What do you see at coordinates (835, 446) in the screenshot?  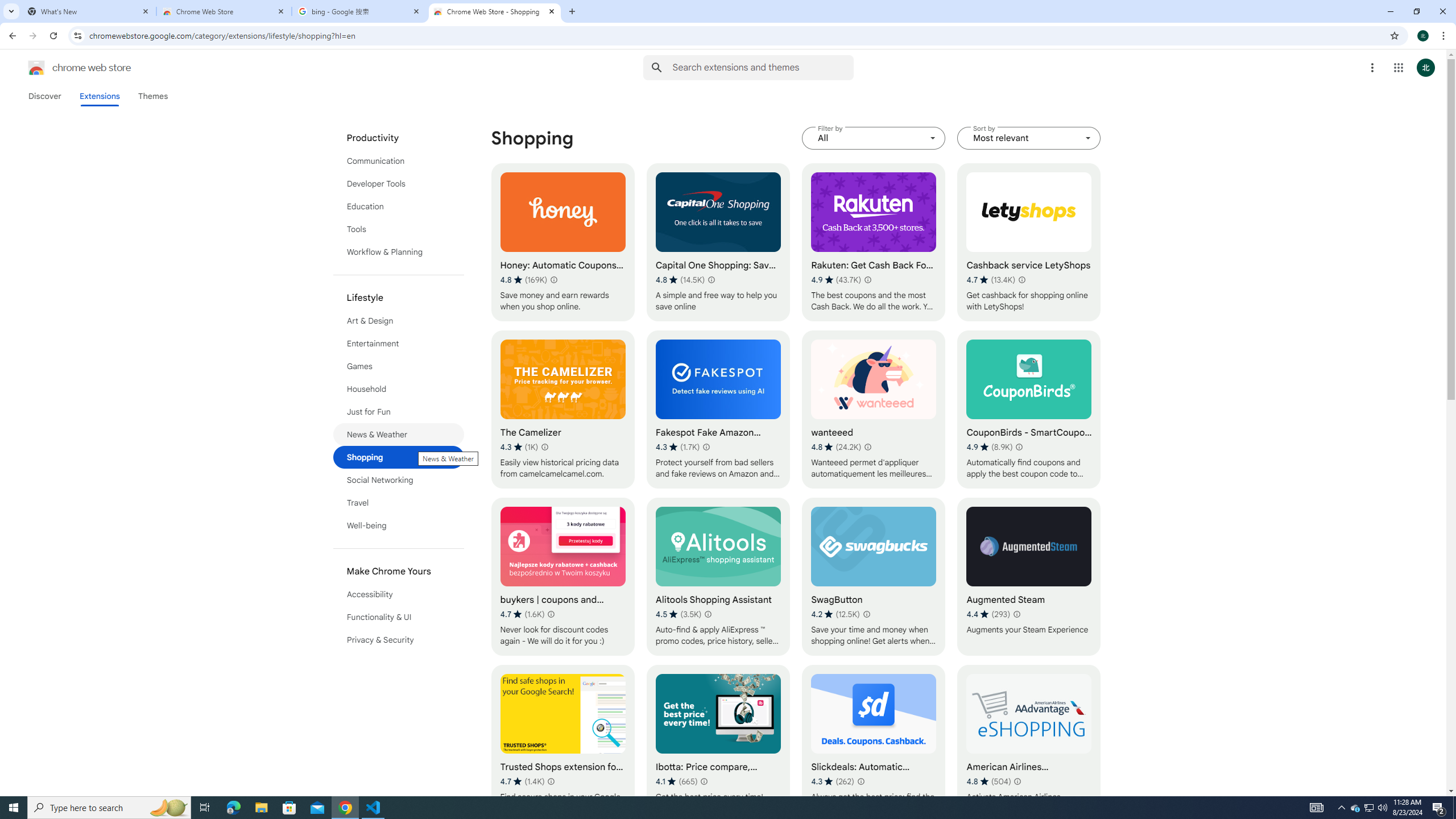 I see `'Average rating 4.8 out of 5 stars. 24.2K ratings.'` at bounding box center [835, 446].